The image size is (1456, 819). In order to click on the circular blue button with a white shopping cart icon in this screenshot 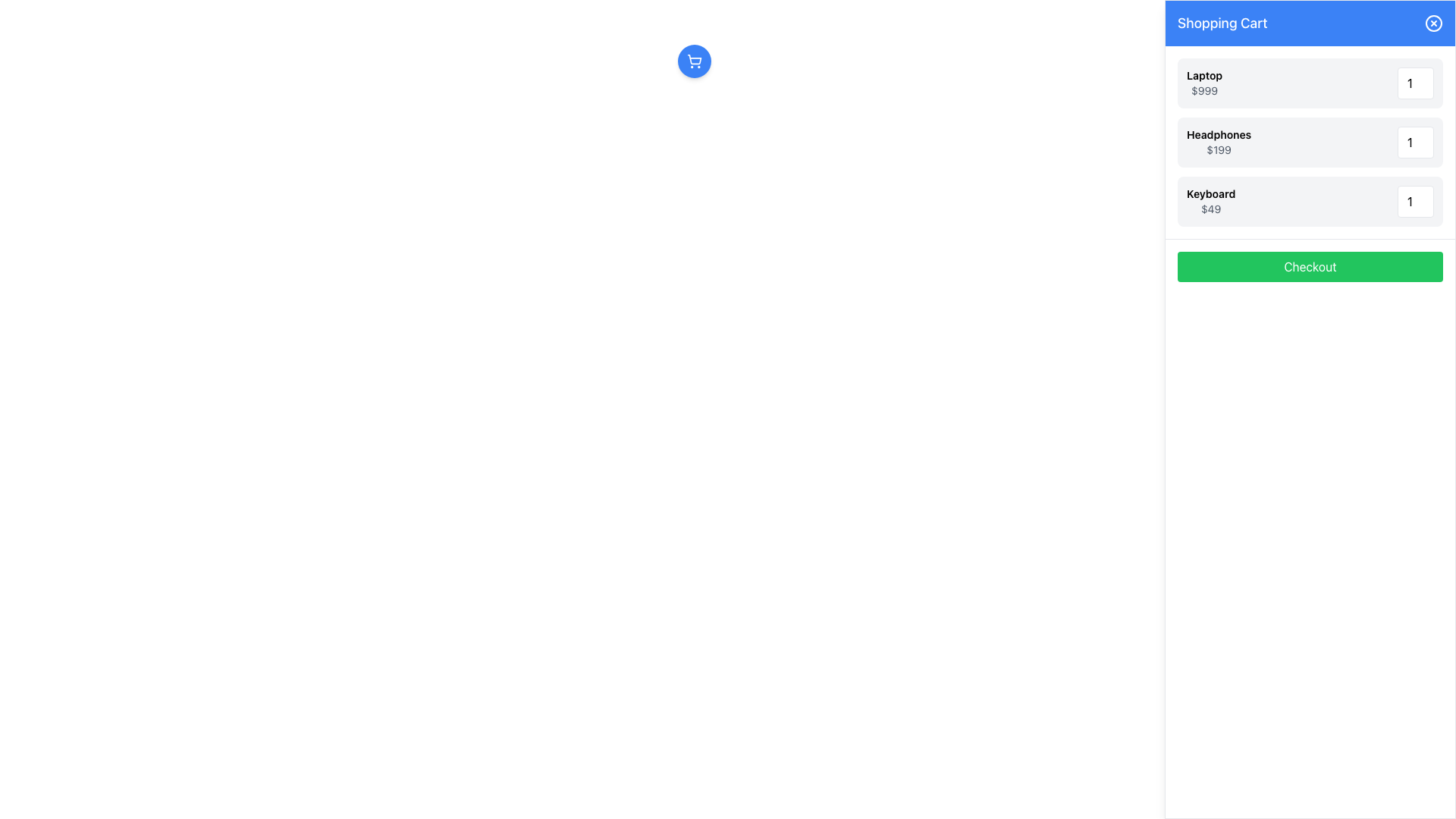, I will do `click(693, 61)`.